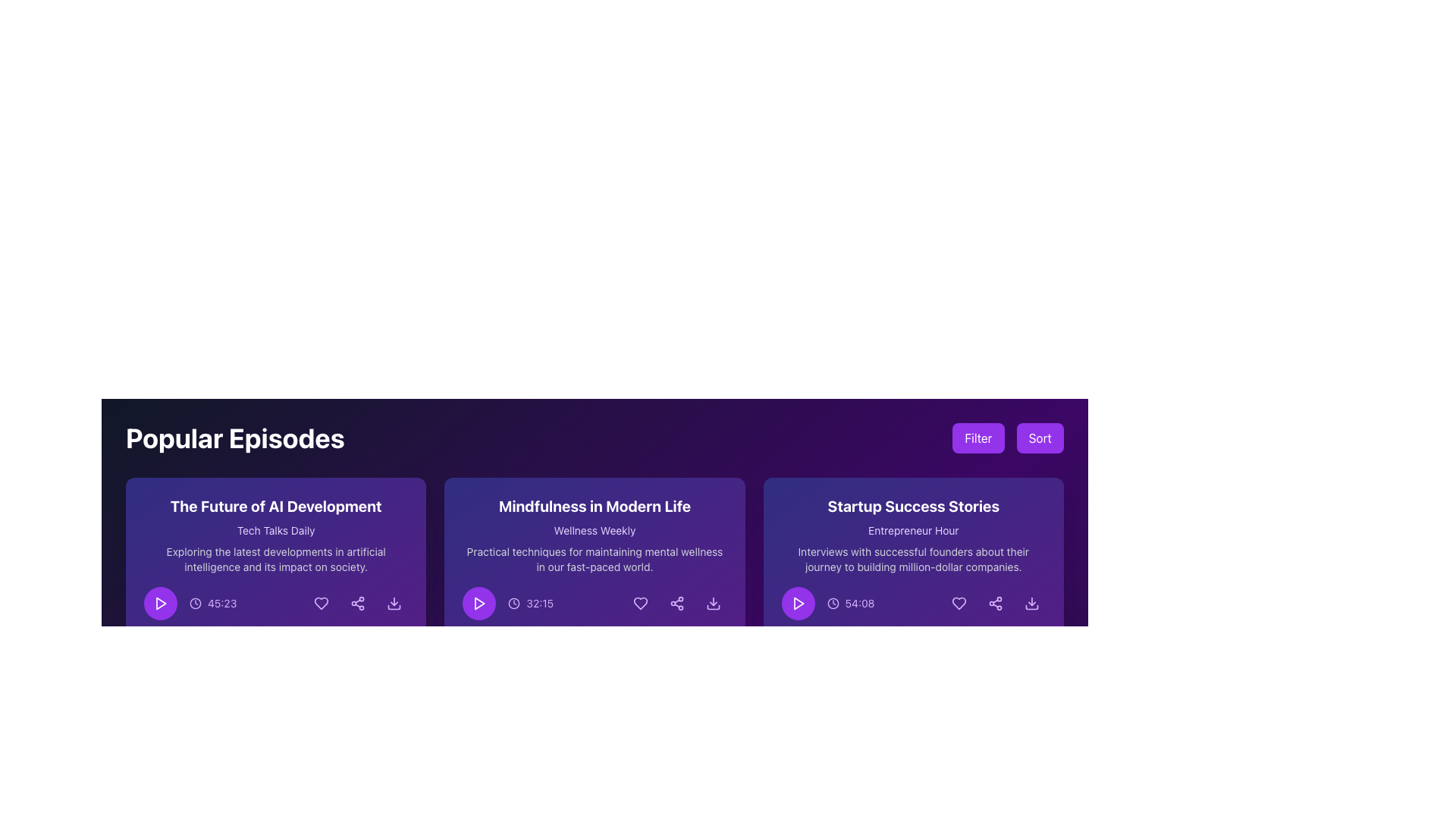 This screenshot has width=1456, height=819. Describe the element at coordinates (676, 602) in the screenshot. I see `the share icon represented by a small graphic with dots connected by lines, located below the text 'Mindfulness in Modern Life' and positioned between the heart-shaped 'like' icon and the download icon` at that location.